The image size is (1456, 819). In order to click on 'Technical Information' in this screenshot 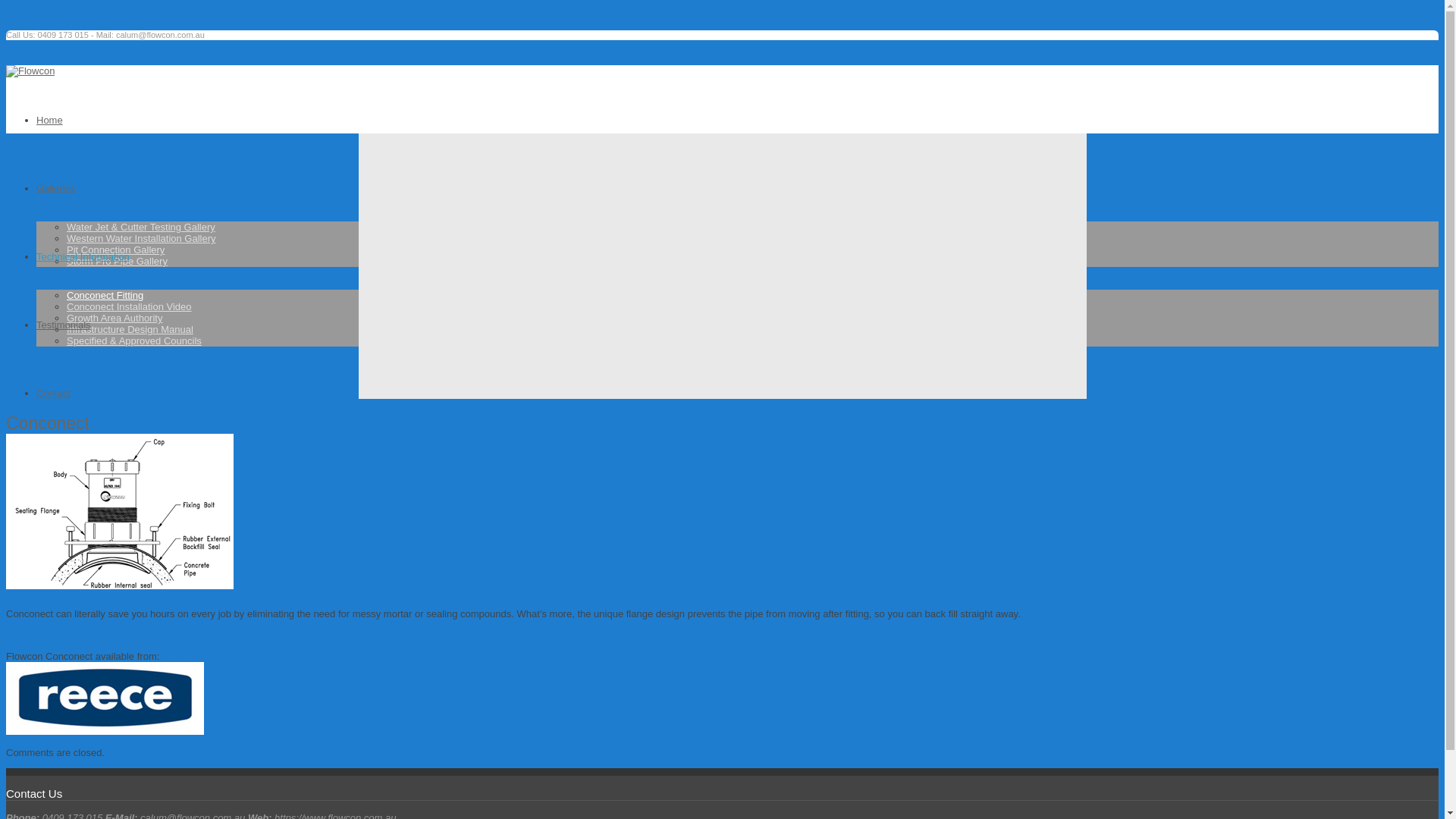, I will do `click(82, 256)`.